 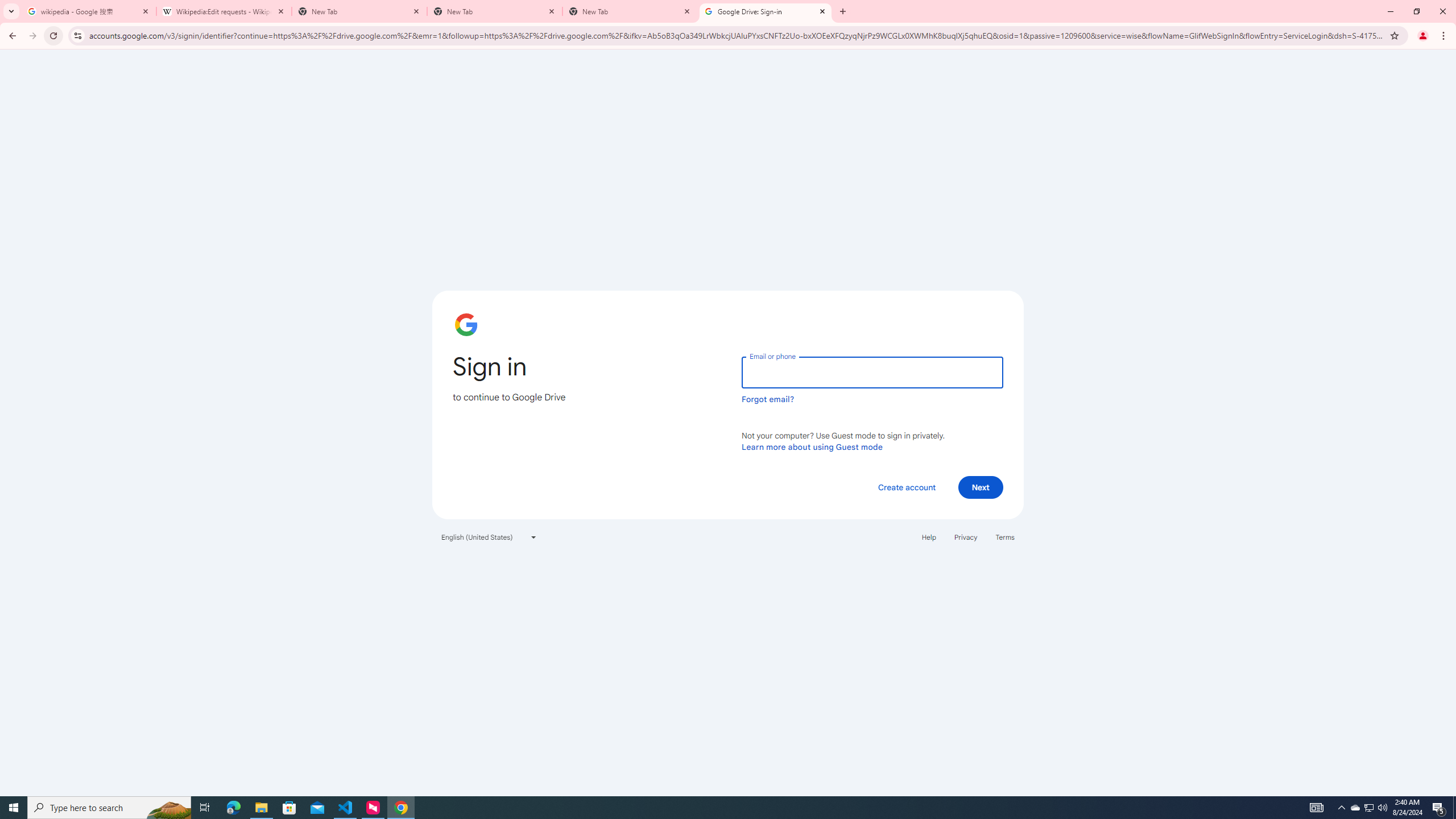 I want to click on 'Learn more about using Guest mode', so click(x=812, y=446).